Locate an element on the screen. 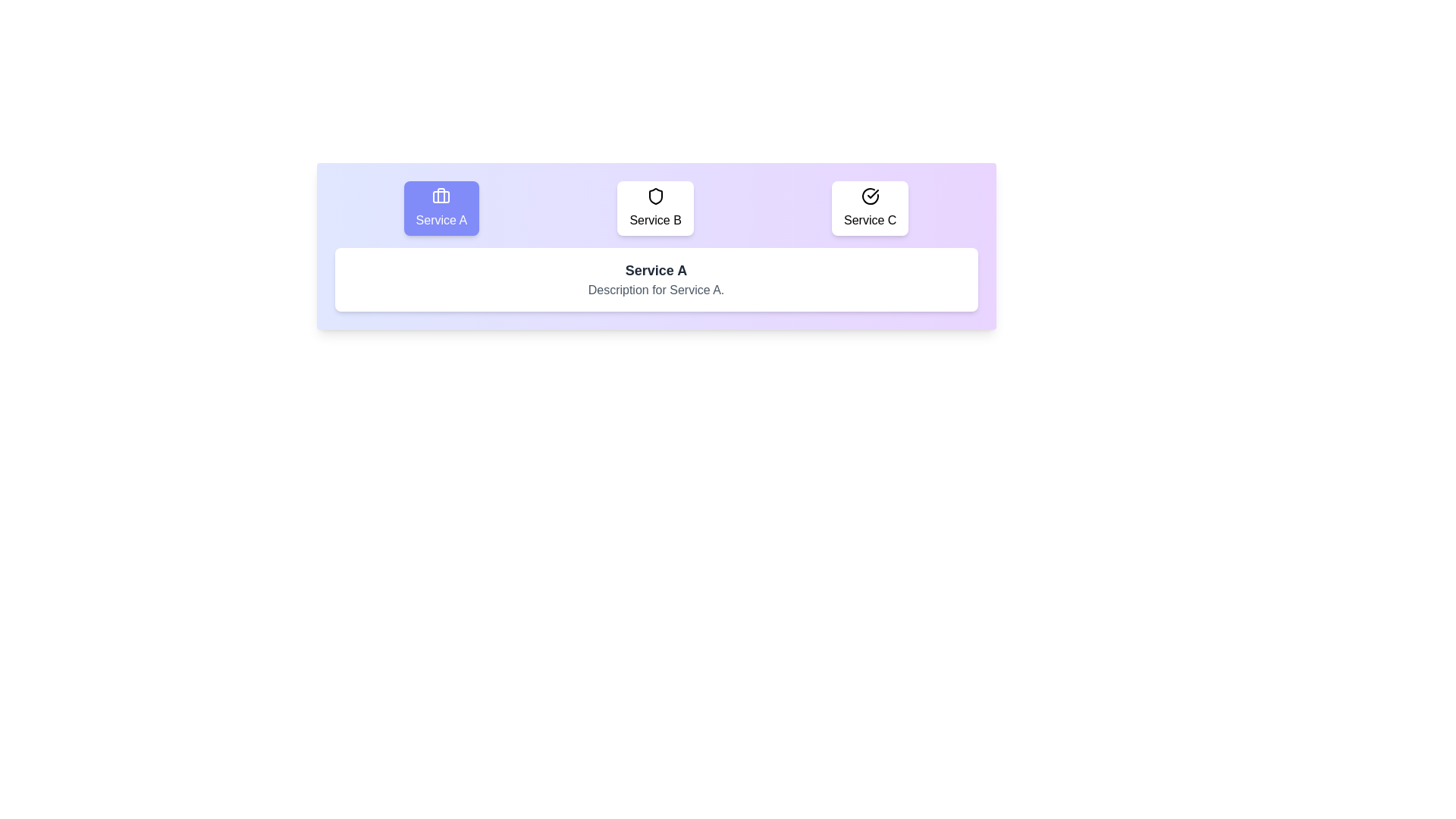 This screenshot has height=819, width=1456. the 'Service A' button with a purple background and a briefcase icon is located at coordinates (441, 208).